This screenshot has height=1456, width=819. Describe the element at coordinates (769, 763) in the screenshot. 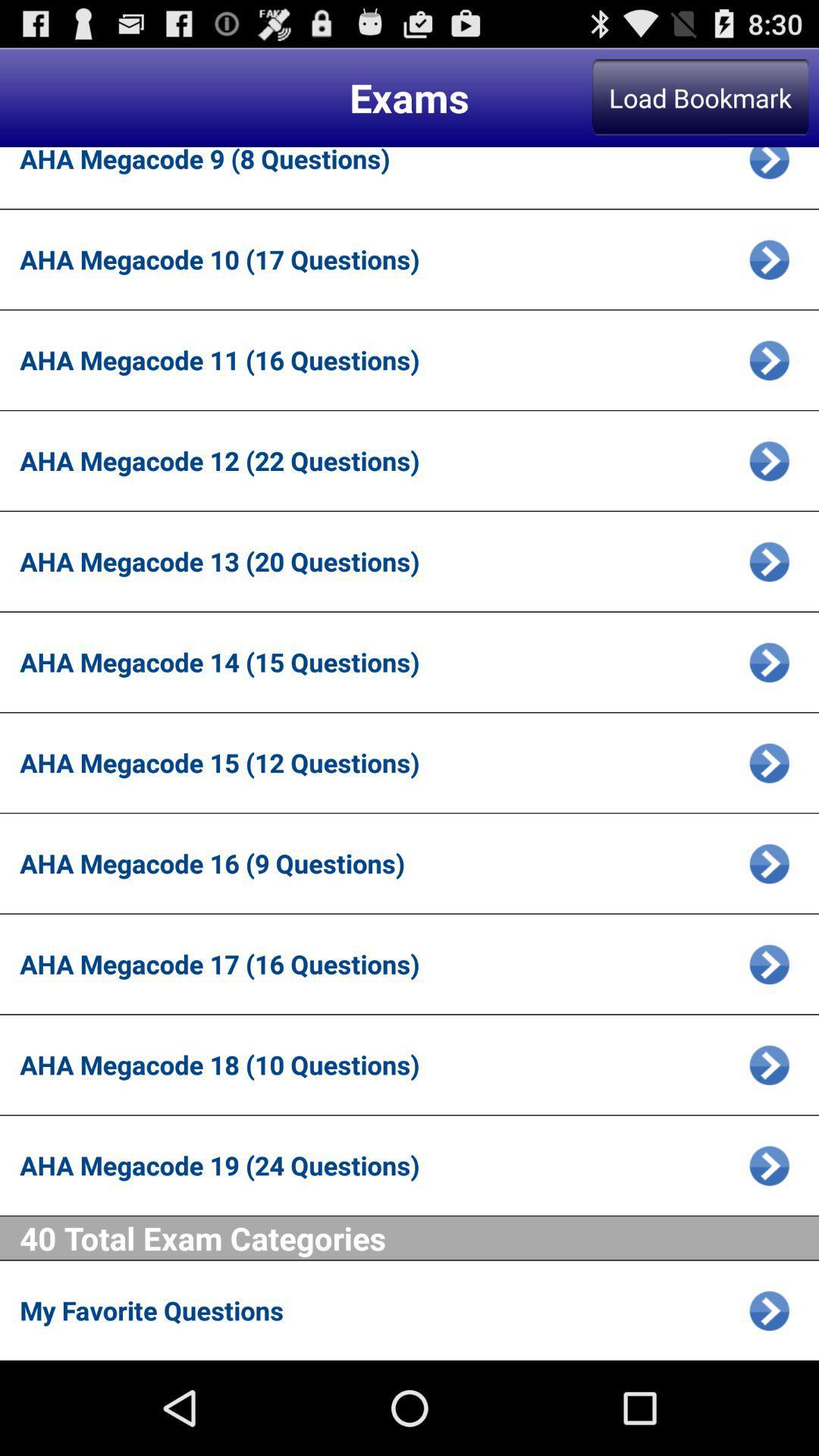

I see `details` at that location.